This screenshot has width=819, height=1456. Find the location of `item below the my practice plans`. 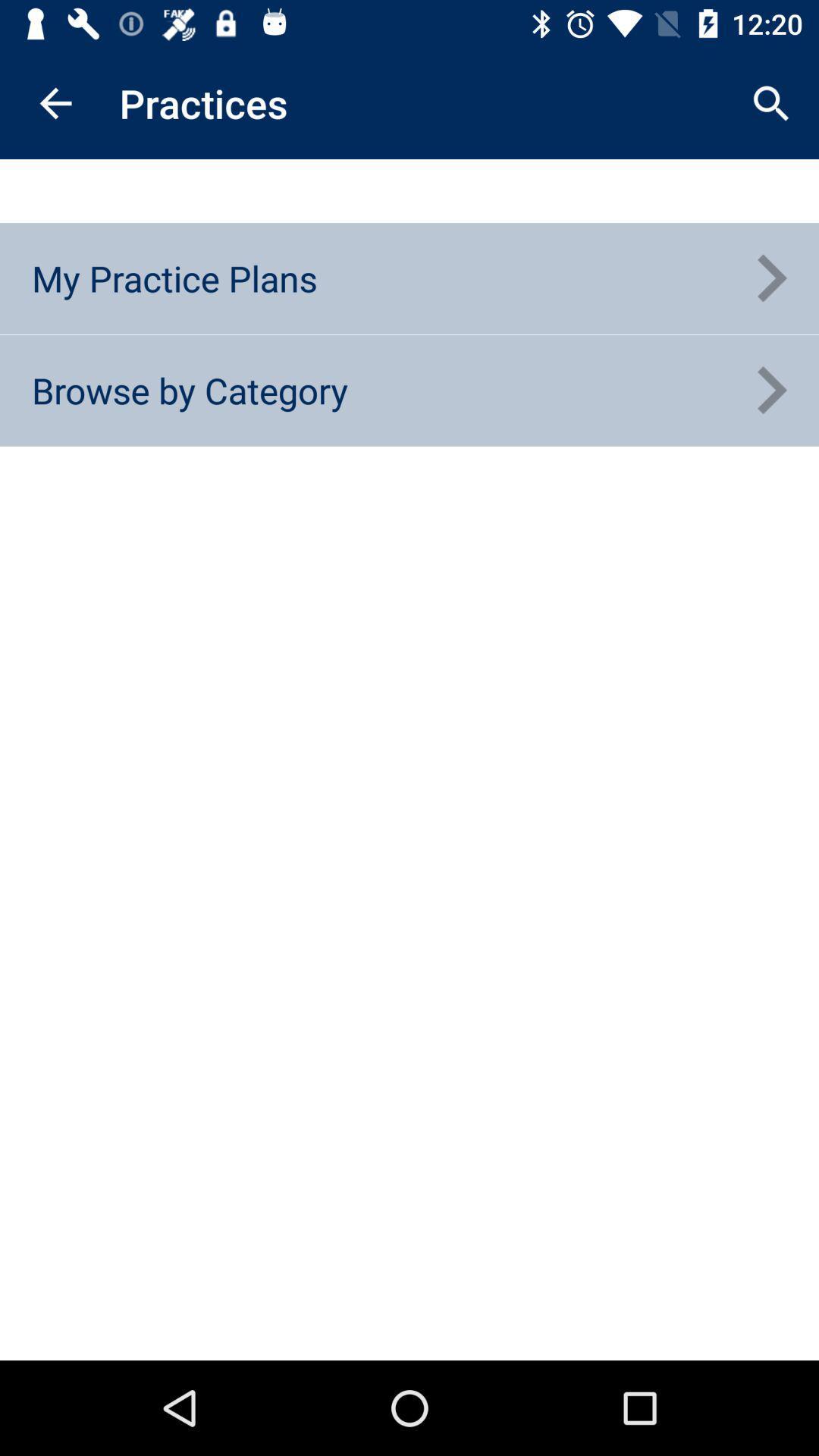

item below the my practice plans is located at coordinates (189, 390).